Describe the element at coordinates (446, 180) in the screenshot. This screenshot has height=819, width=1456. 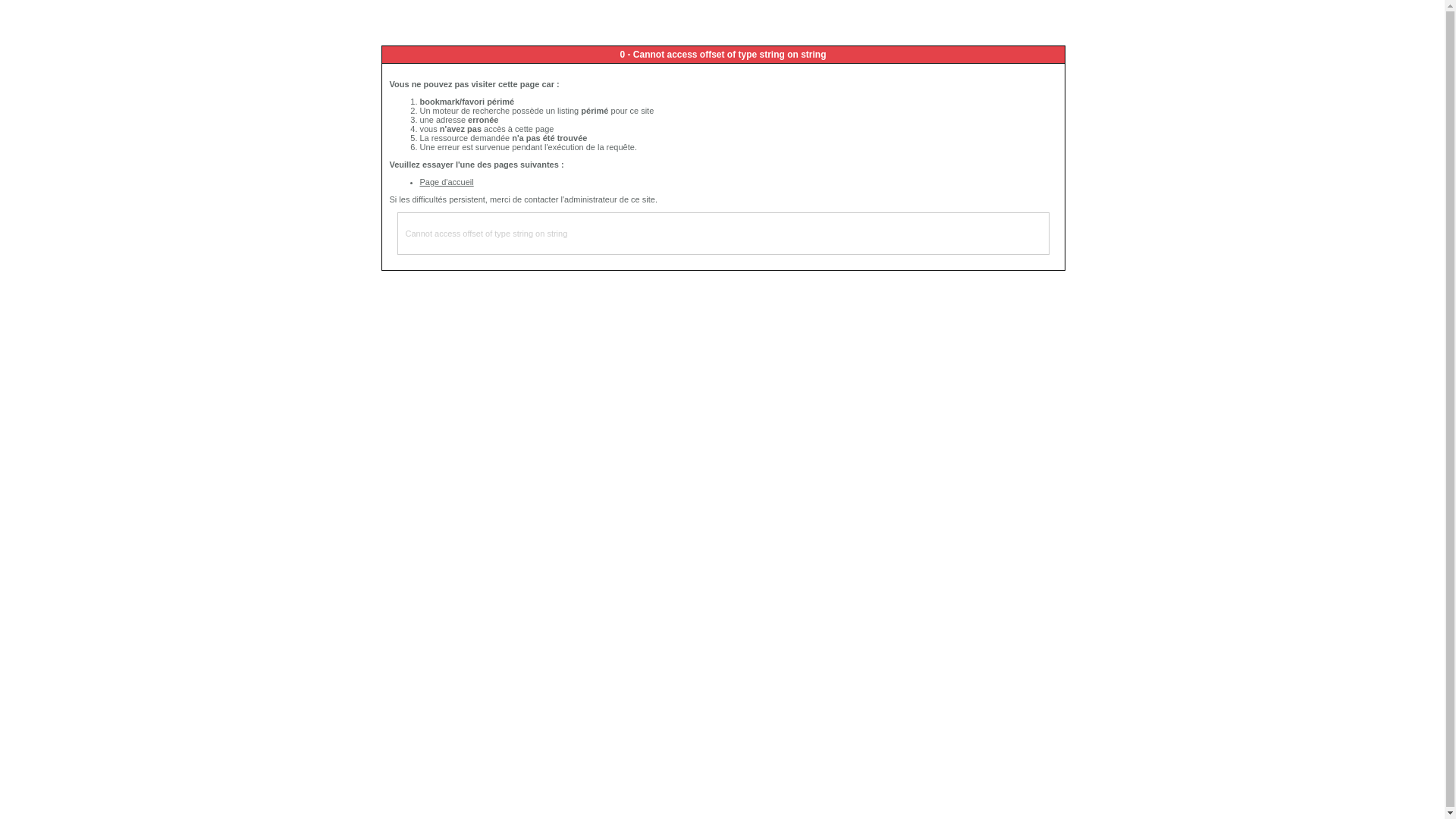
I see `'Page d'accueil'` at that location.